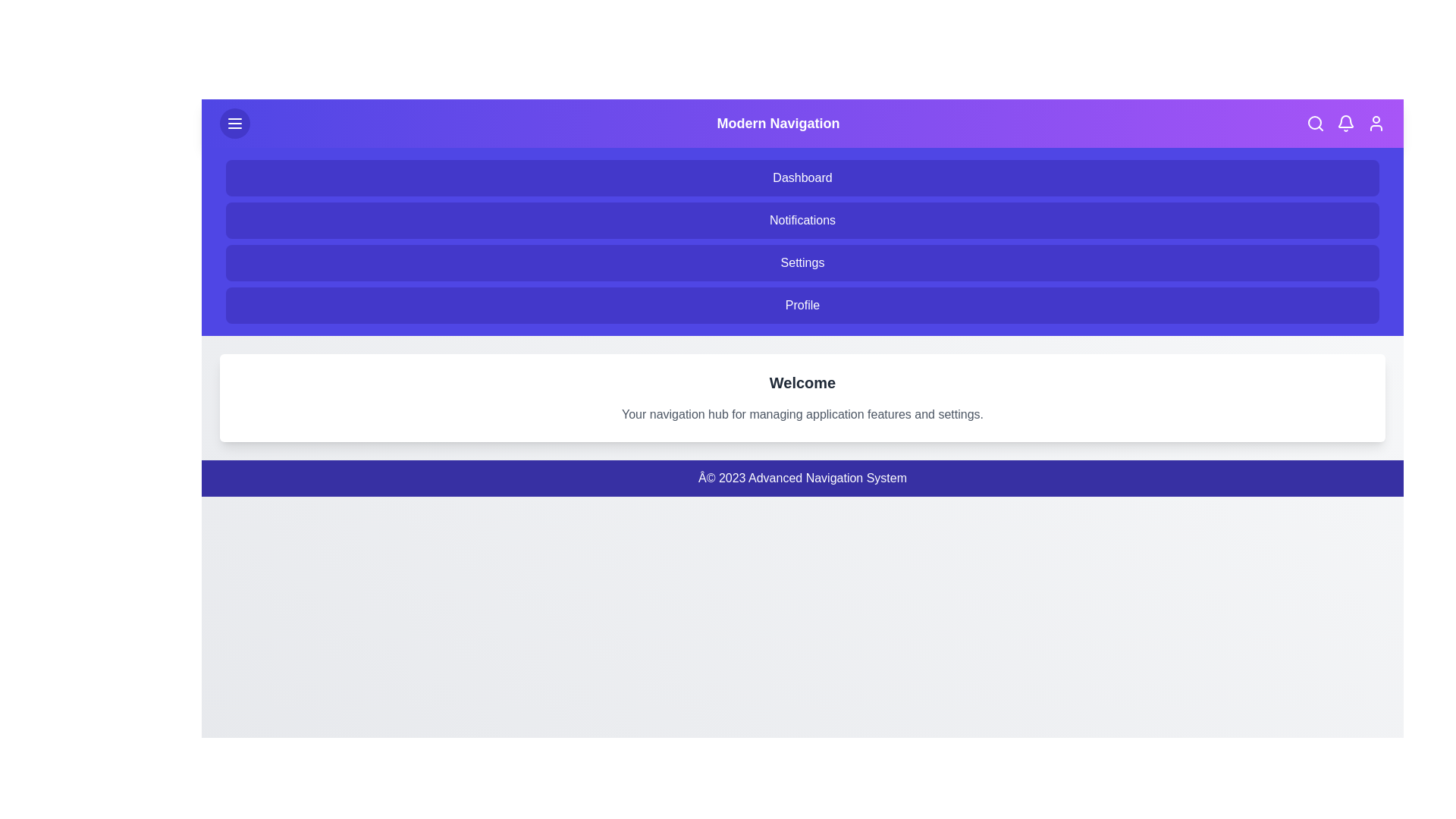 Image resolution: width=1456 pixels, height=819 pixels. Describe the element at coordinates (1314, 122) in the screenshot. I see `the search icon in the navigation bar` at that location.